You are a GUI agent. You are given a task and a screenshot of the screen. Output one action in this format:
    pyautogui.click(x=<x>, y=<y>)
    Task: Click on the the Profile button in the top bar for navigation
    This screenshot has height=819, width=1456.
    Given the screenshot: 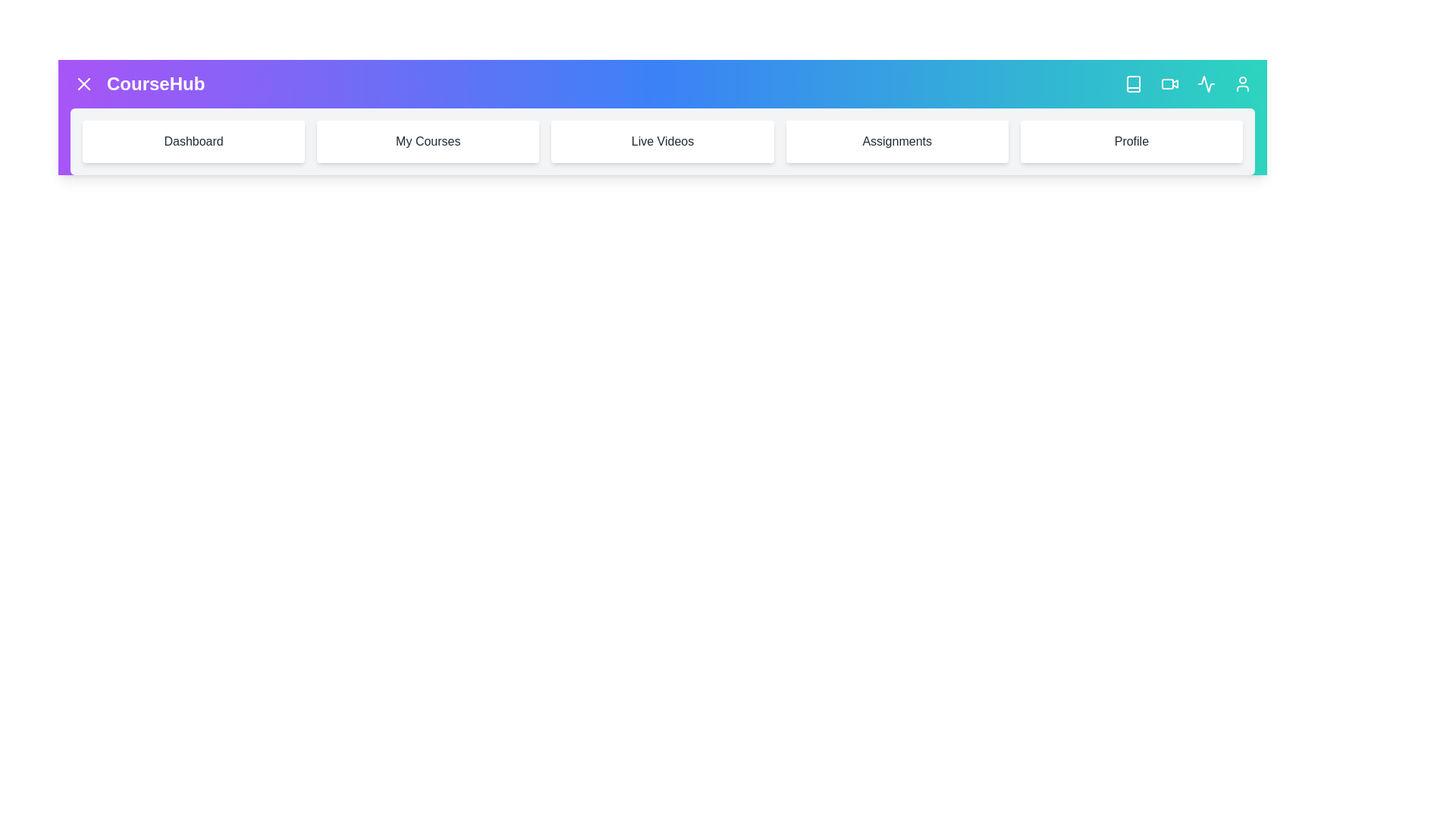 What is the action you would take?
    pyautogui.click(x=1242, y=84)
    